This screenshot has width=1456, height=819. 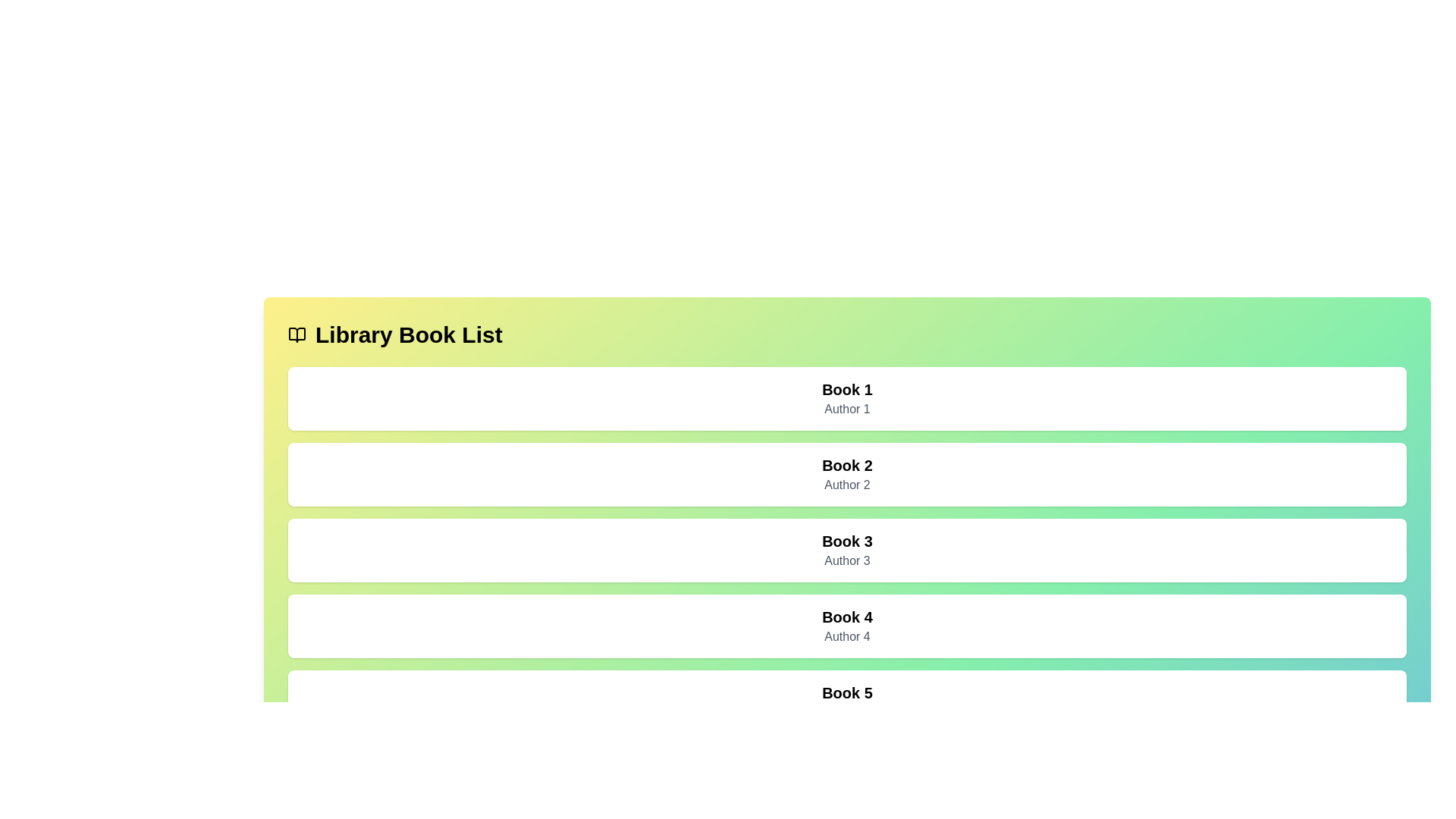 I want to click on the first informational card displaying the title and author of a book, which is located at the top of the vertical grid list of books, so click(x=846, y=397).